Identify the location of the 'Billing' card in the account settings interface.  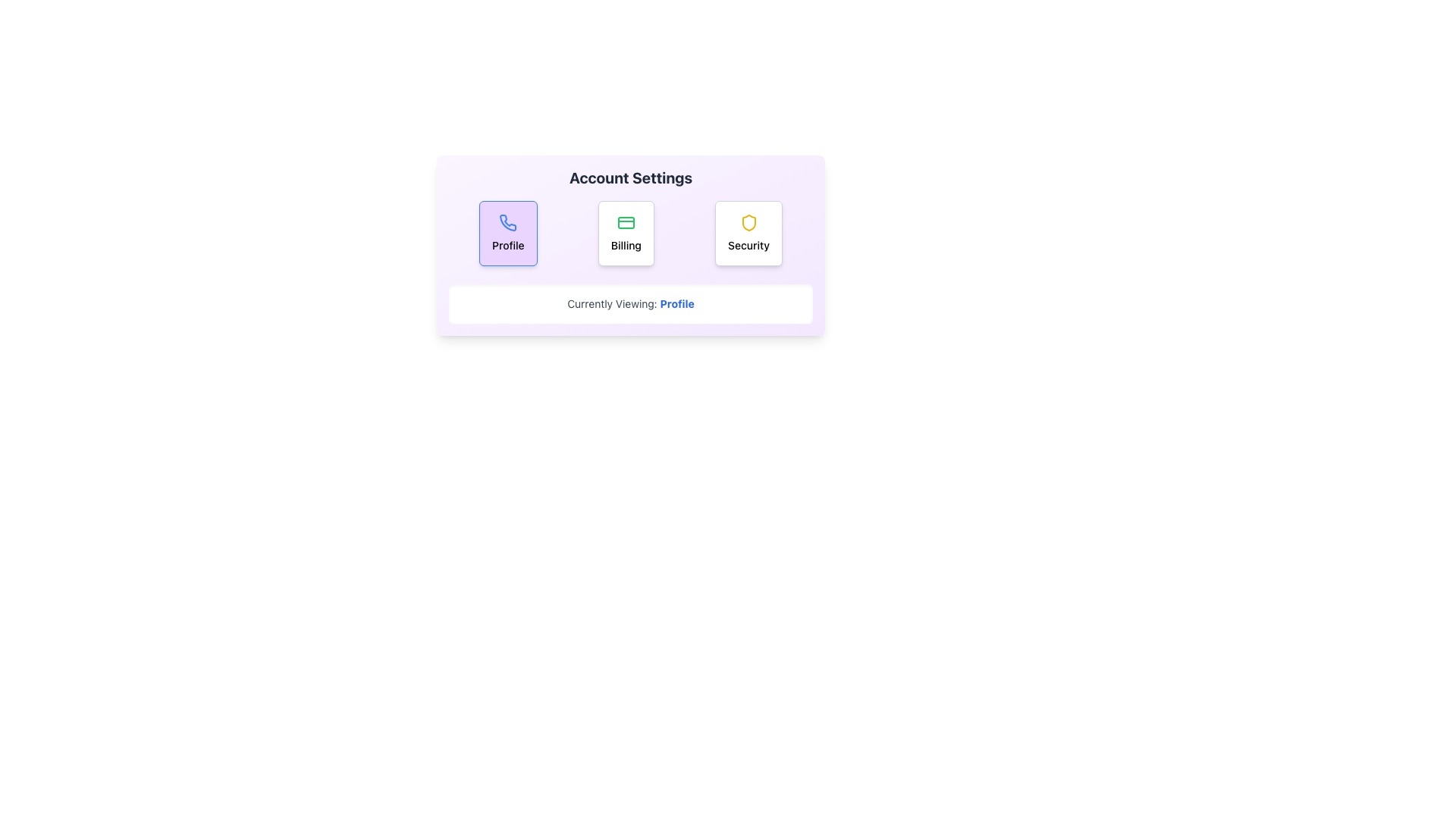
(626, 234).